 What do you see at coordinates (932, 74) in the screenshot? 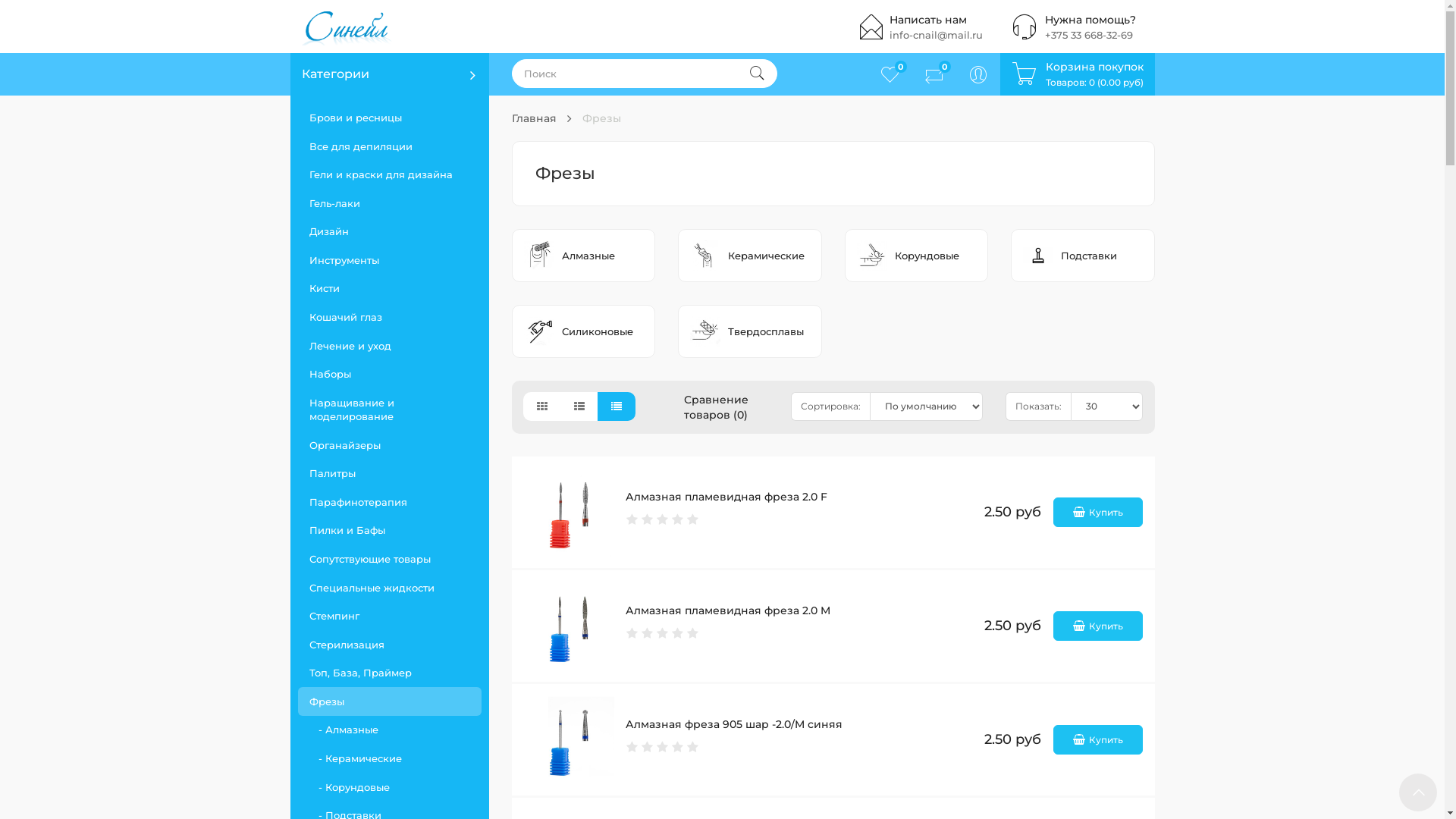
I see `'0'` at bounding box center [932, 74].